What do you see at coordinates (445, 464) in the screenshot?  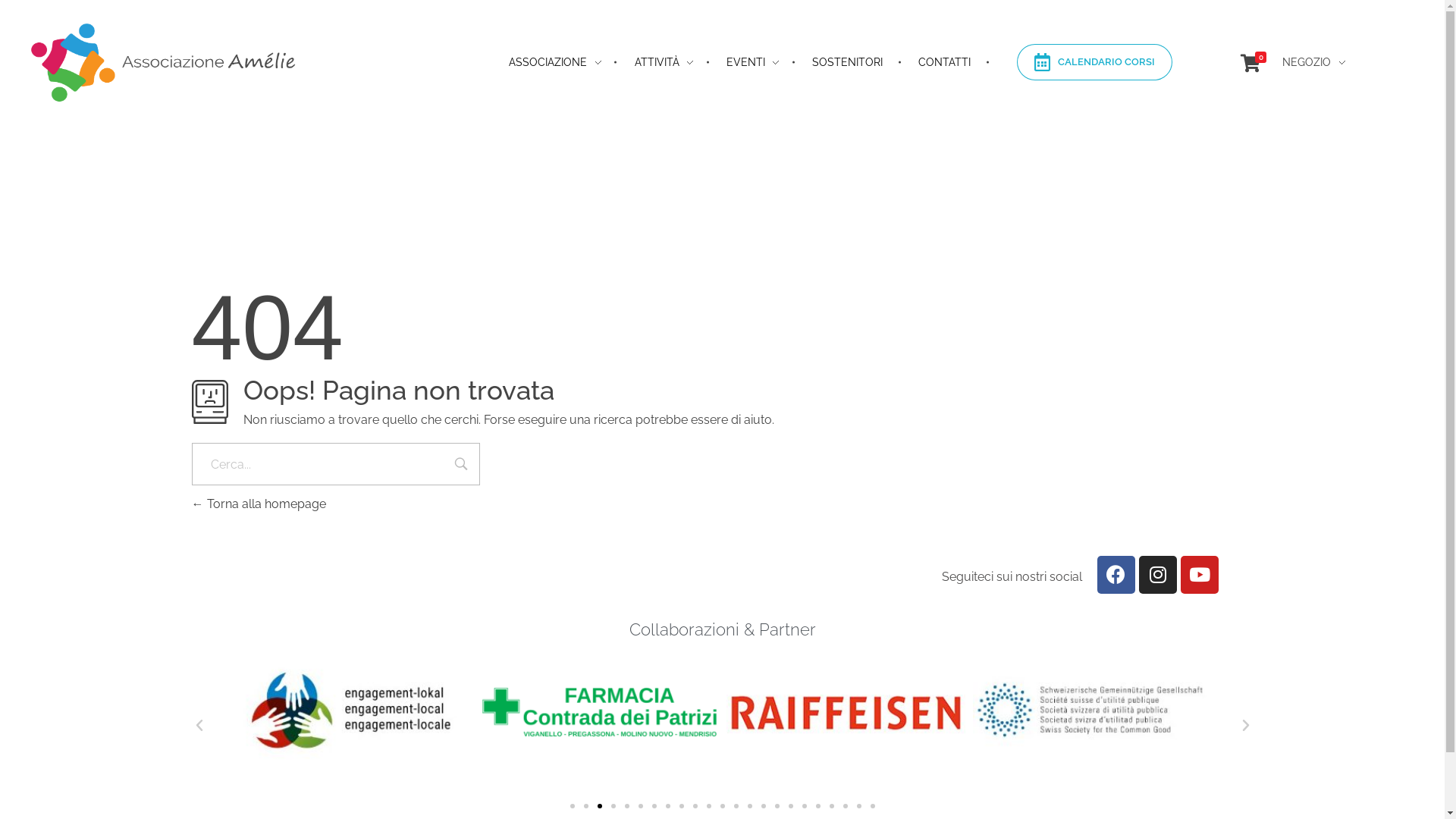 I see `'Cerca'` at bounding box center [445, 464].